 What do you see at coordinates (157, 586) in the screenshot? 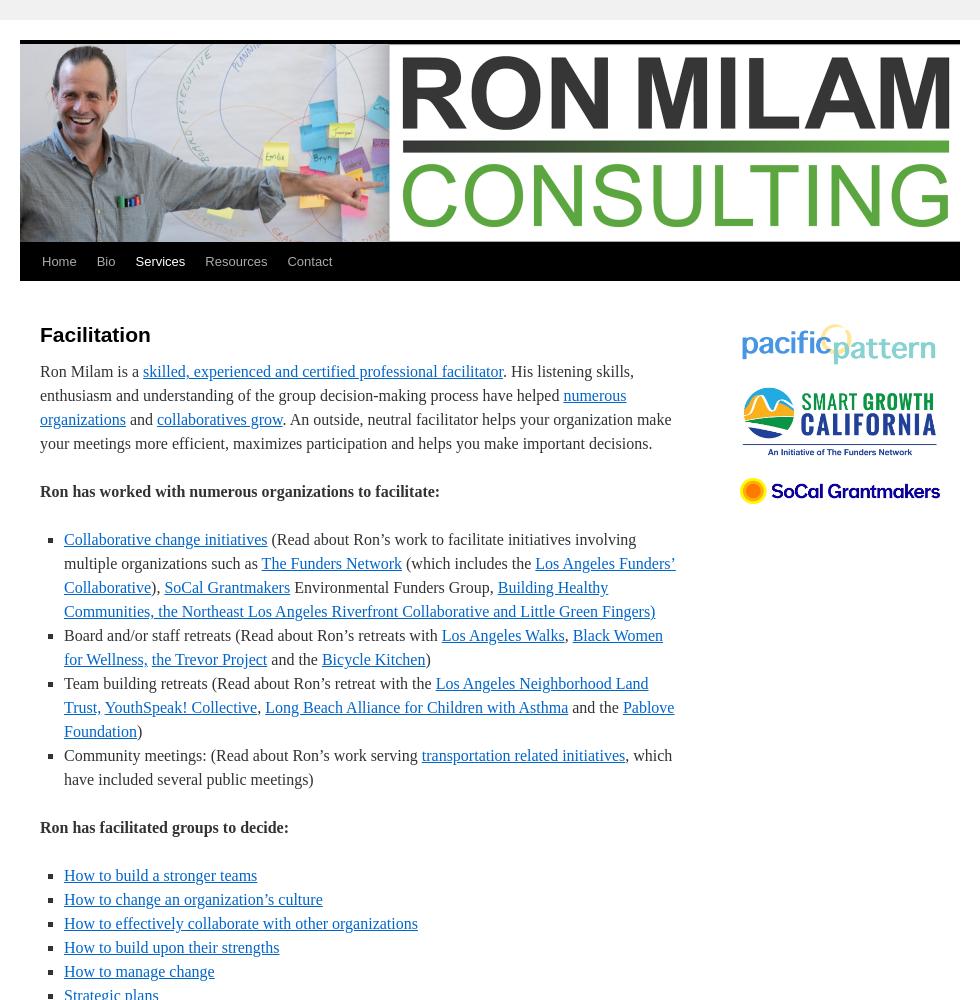
I see `'),'` at bounding box center [157, 586].